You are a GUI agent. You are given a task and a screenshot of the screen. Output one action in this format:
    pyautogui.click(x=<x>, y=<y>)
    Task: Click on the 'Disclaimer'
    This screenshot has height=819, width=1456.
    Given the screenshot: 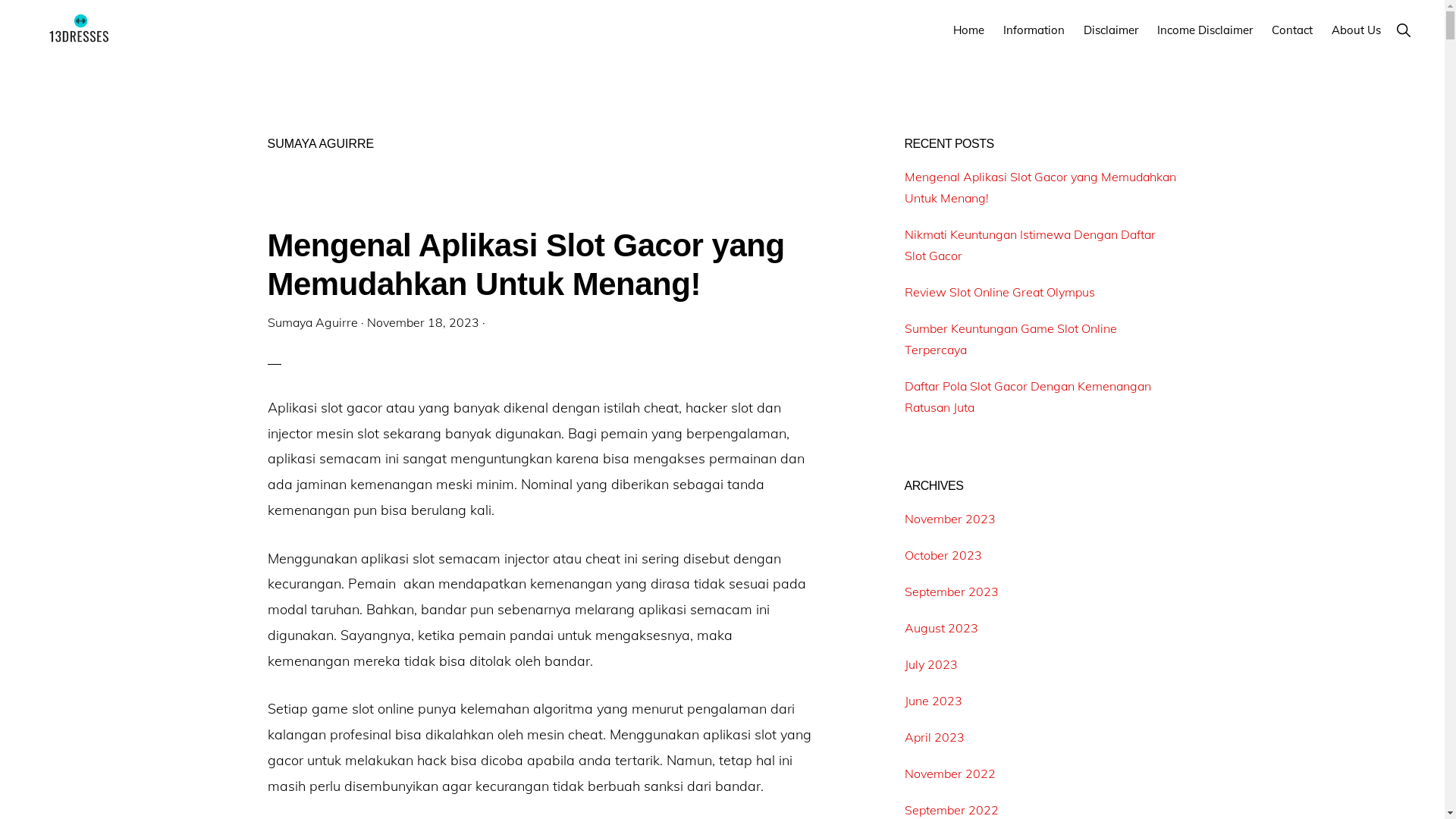 What is the action you would take?
    pyautogui.click(x=1110, y=30)
    